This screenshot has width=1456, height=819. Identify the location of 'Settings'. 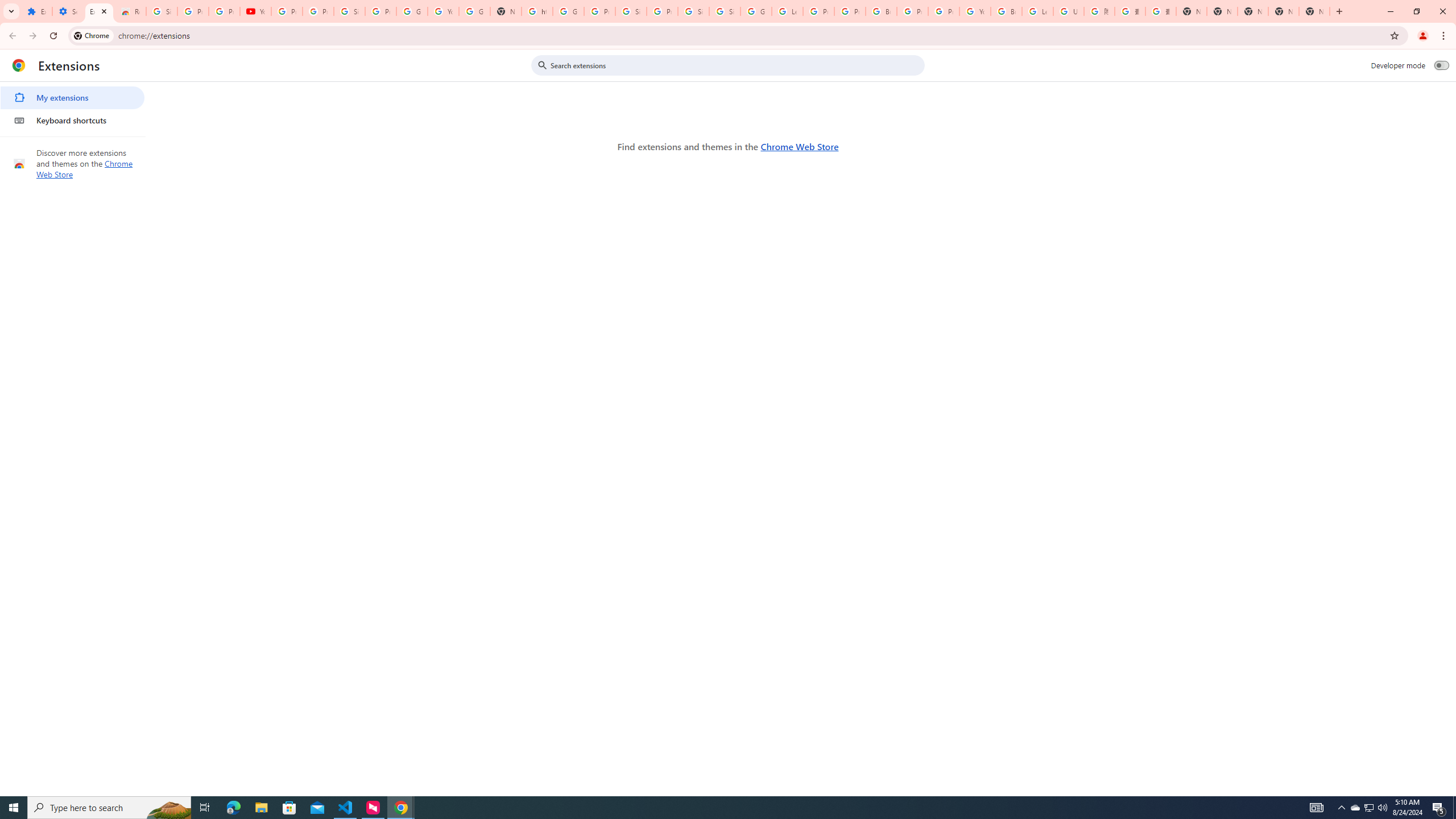
(67, 11).